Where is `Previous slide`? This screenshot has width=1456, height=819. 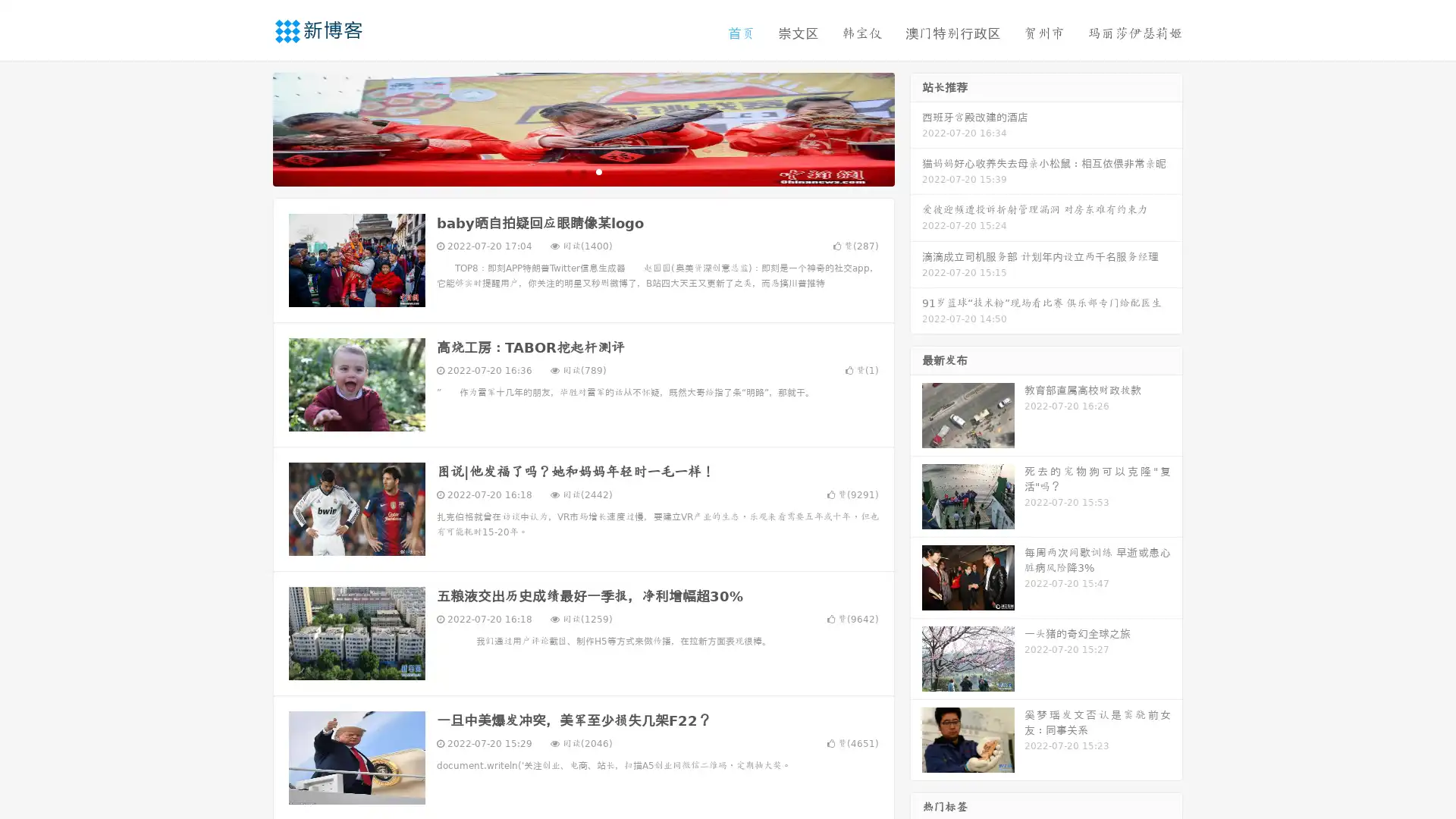 Previous slide is located at coordinates (250, 127).